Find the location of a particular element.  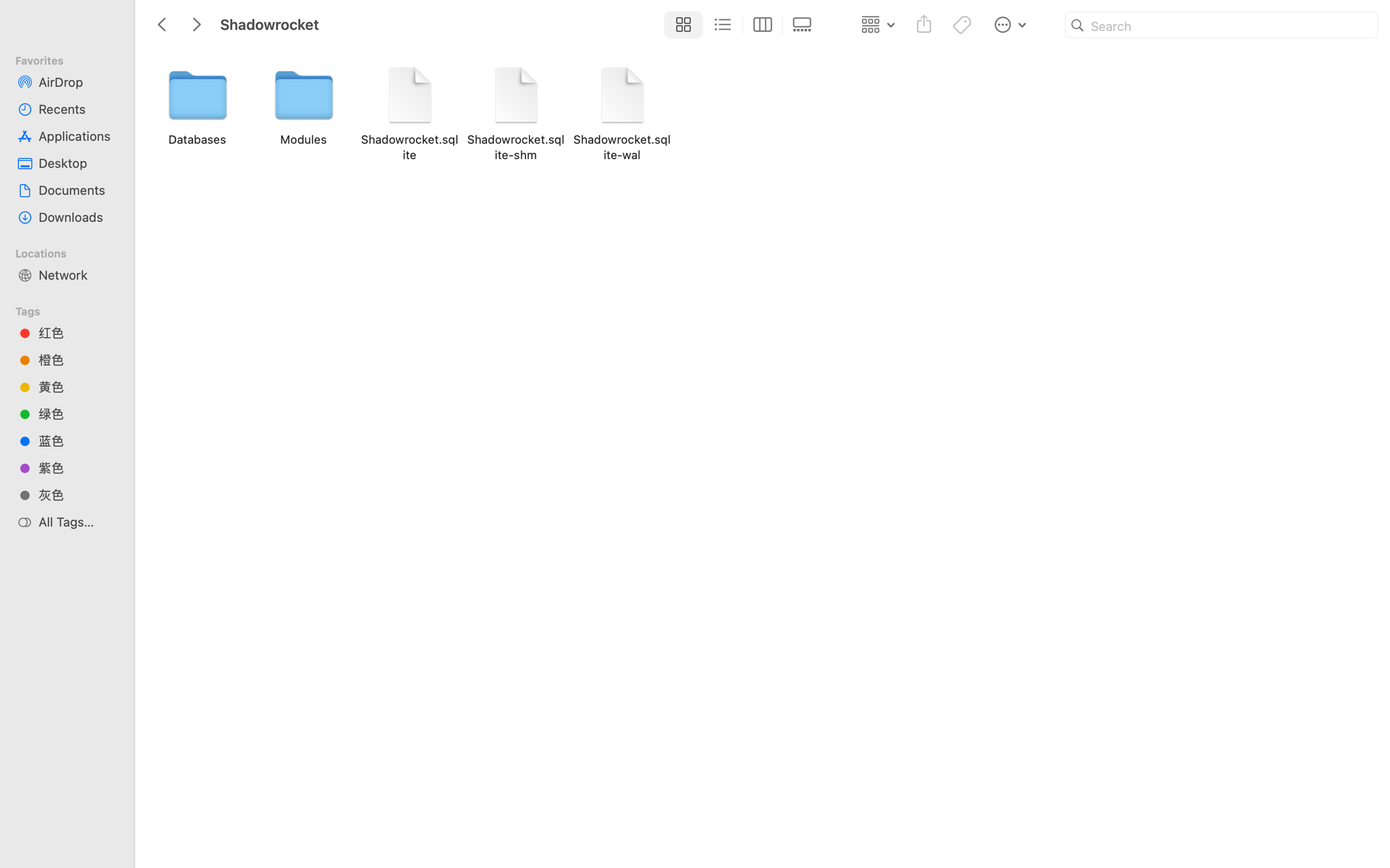

'<AXUIElement 0x11d99da00> {pid=510}' is located at coordinates (742, 25).